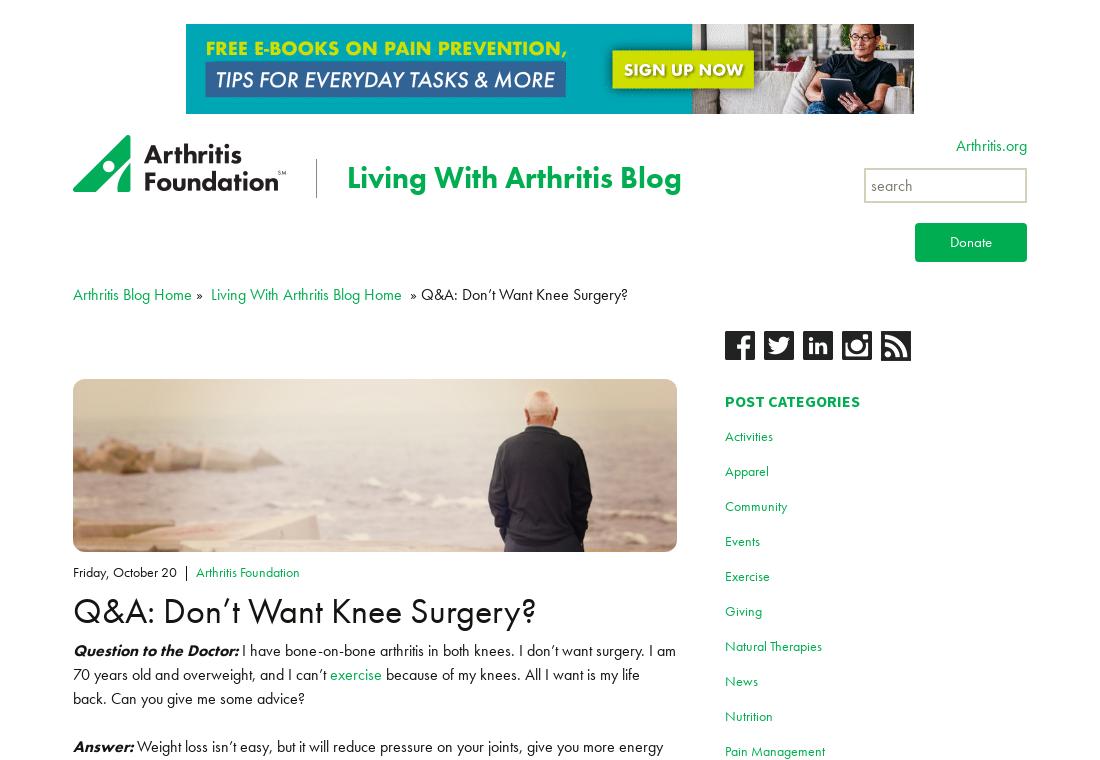 The width and height of the screenshot is (1100, 760). I want to click on 'Post Categories', so click(791, 399).